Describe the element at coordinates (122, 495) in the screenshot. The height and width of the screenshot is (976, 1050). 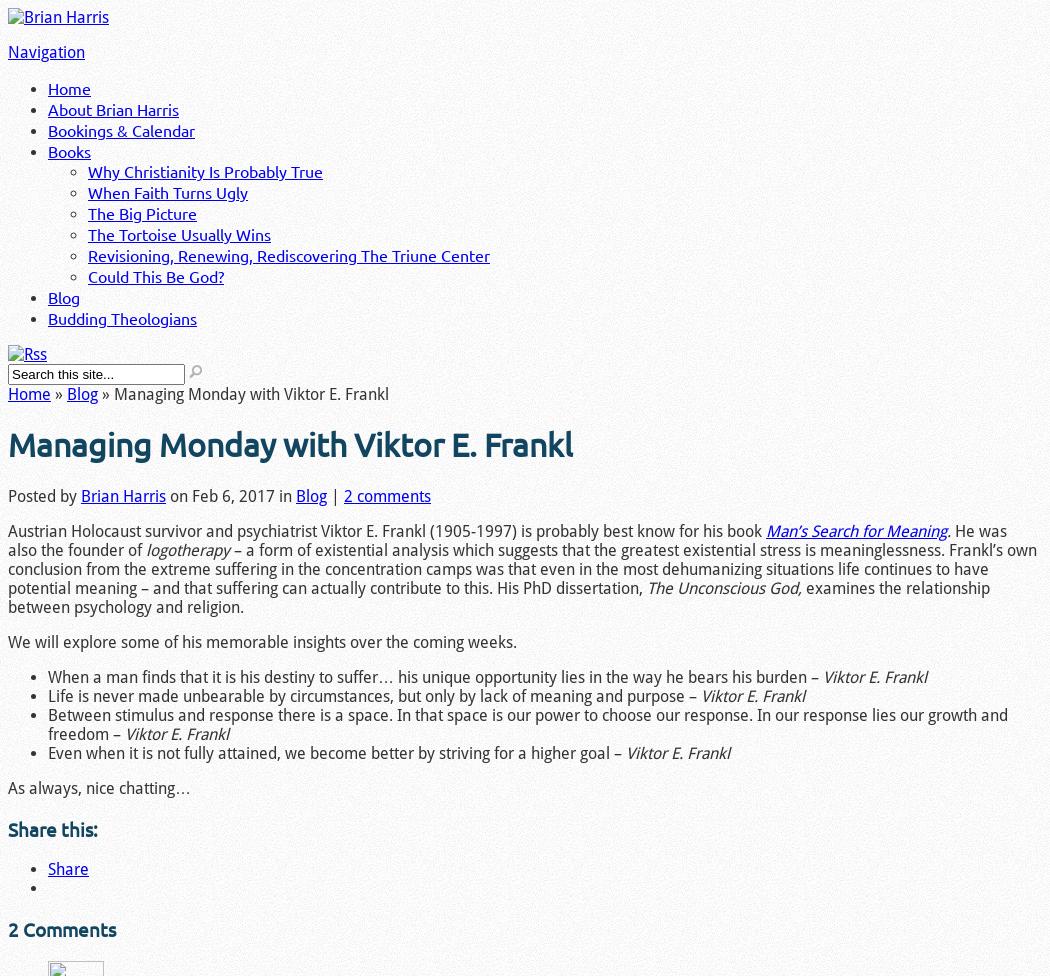
I see `'Brian Harris'` at that location.